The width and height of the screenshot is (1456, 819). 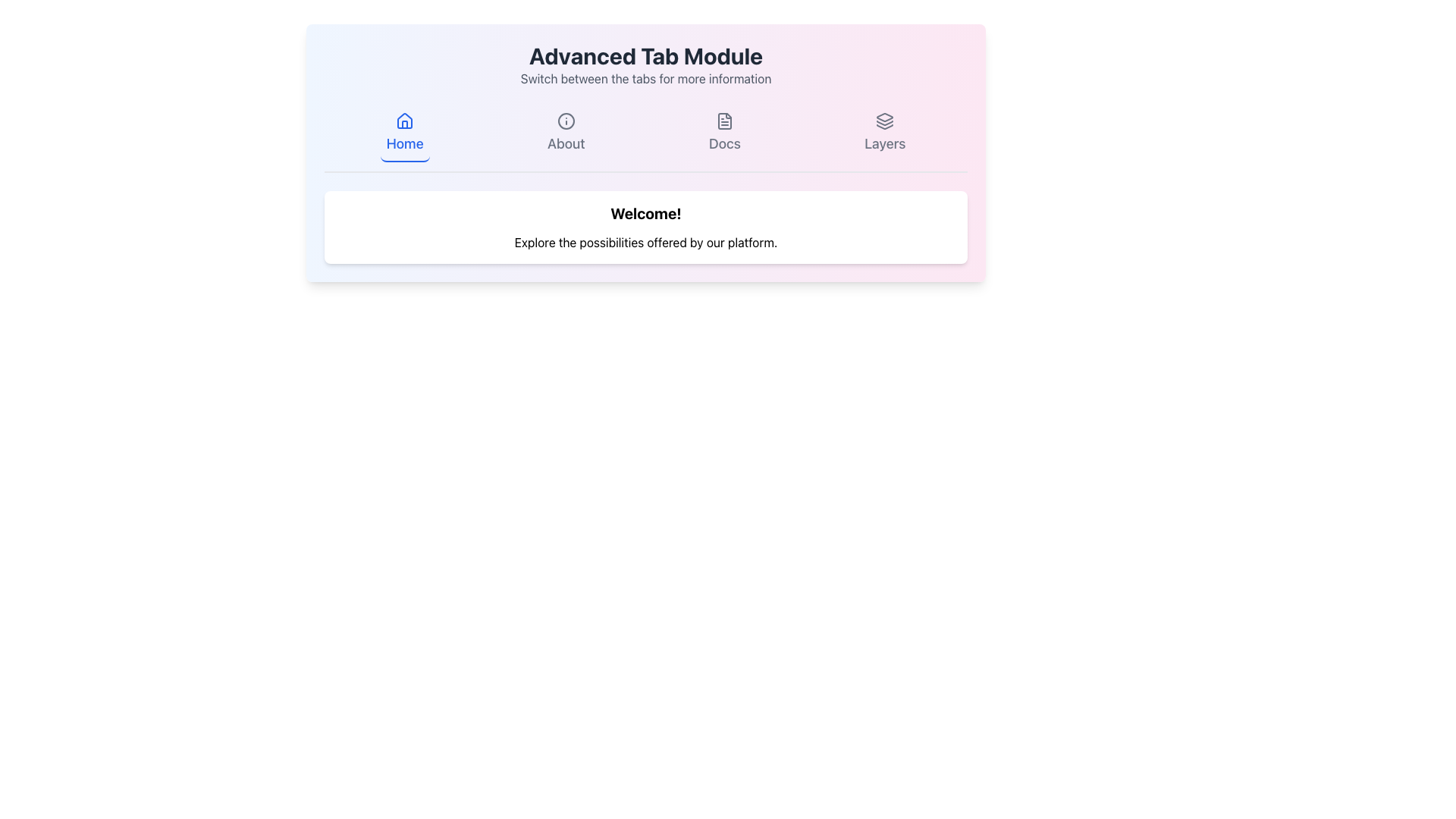 I want to click on the Text Display Panel that features a white background with rounded corners, containing the text 'Welcome!' and 'Explore the possibilities offered by our platform.', so click(x=645, y=227).